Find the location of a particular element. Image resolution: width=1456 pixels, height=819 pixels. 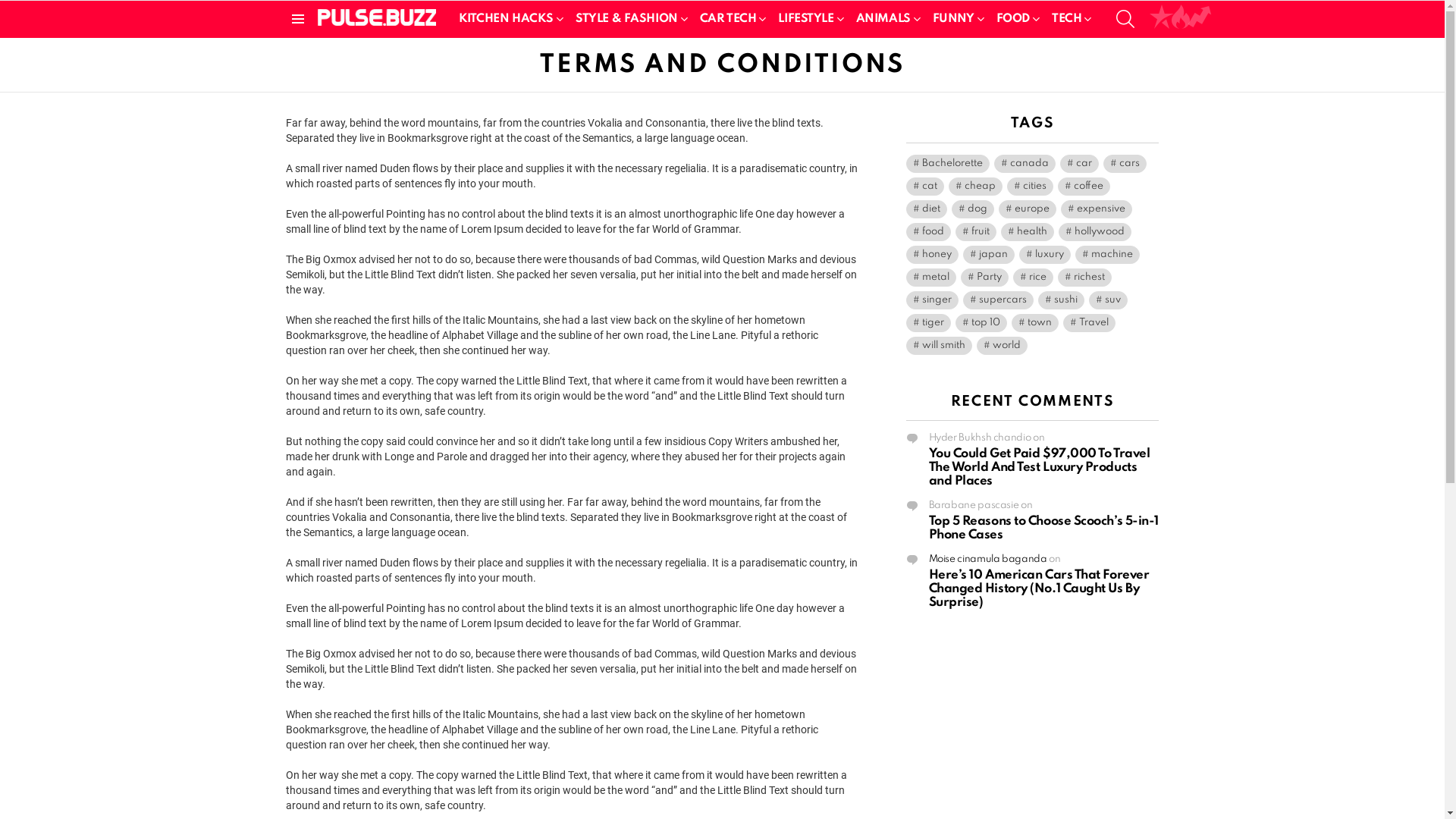

'health' is located at coordinates (1027, 231).